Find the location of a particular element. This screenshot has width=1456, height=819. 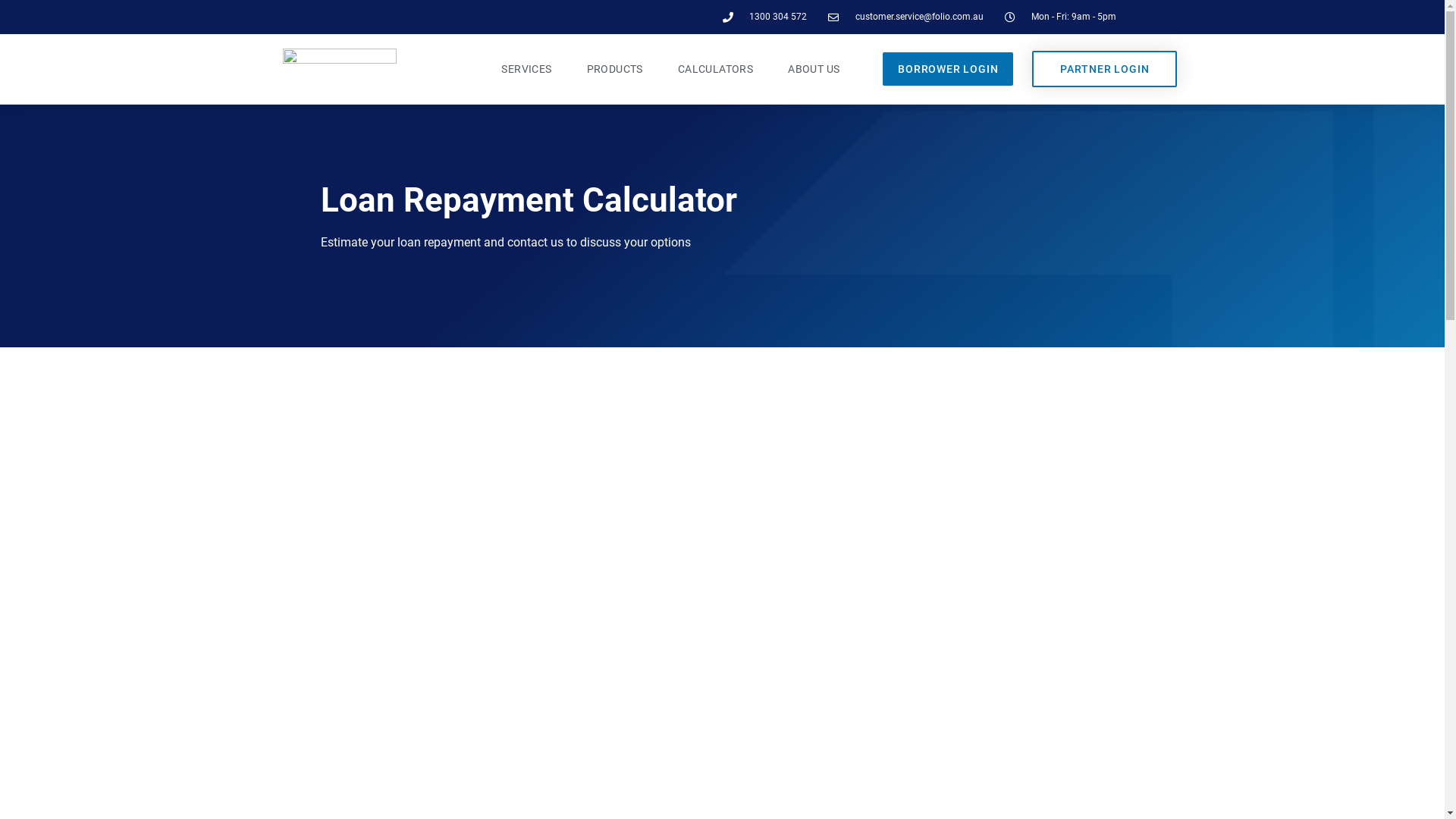

'PRODUCTS' is located at coordinates (615, 69).